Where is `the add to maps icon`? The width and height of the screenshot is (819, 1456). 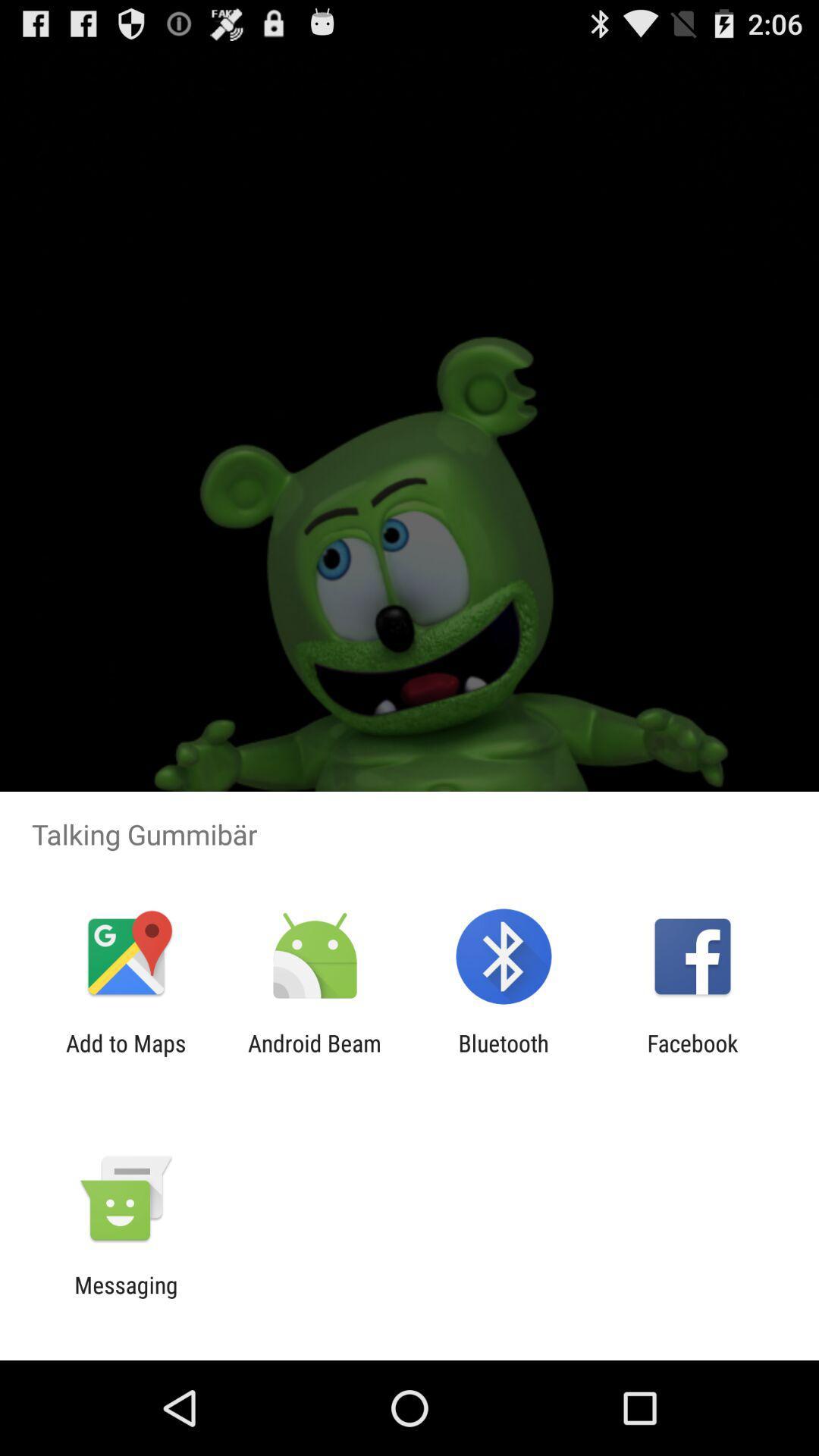
the add to maps icon is located at coordinates (125, 1056).